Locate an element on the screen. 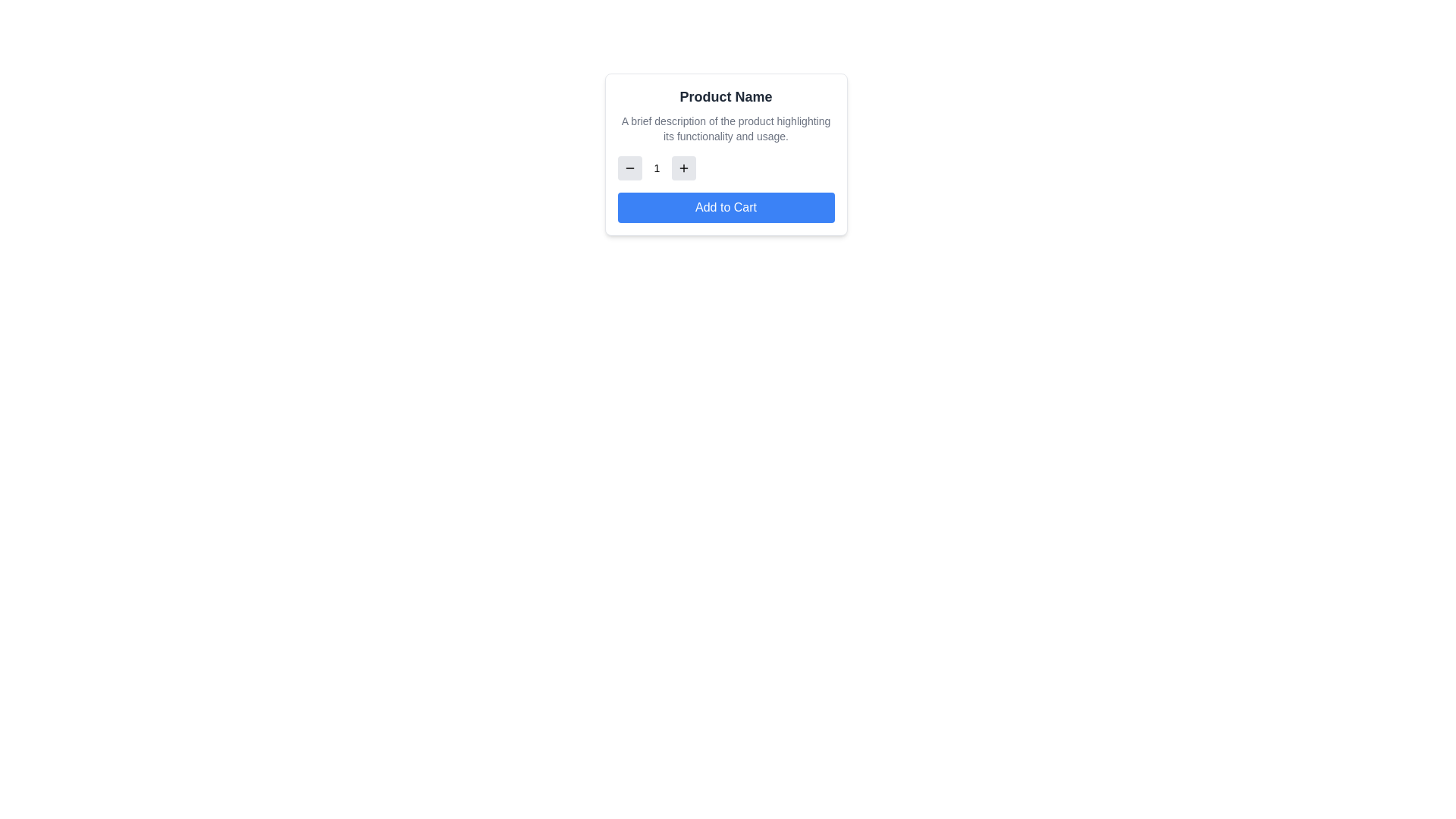 This screenshot has width=1456, height=819. the button located at the bottom of the product card layout is located at coordinates (725, 207).